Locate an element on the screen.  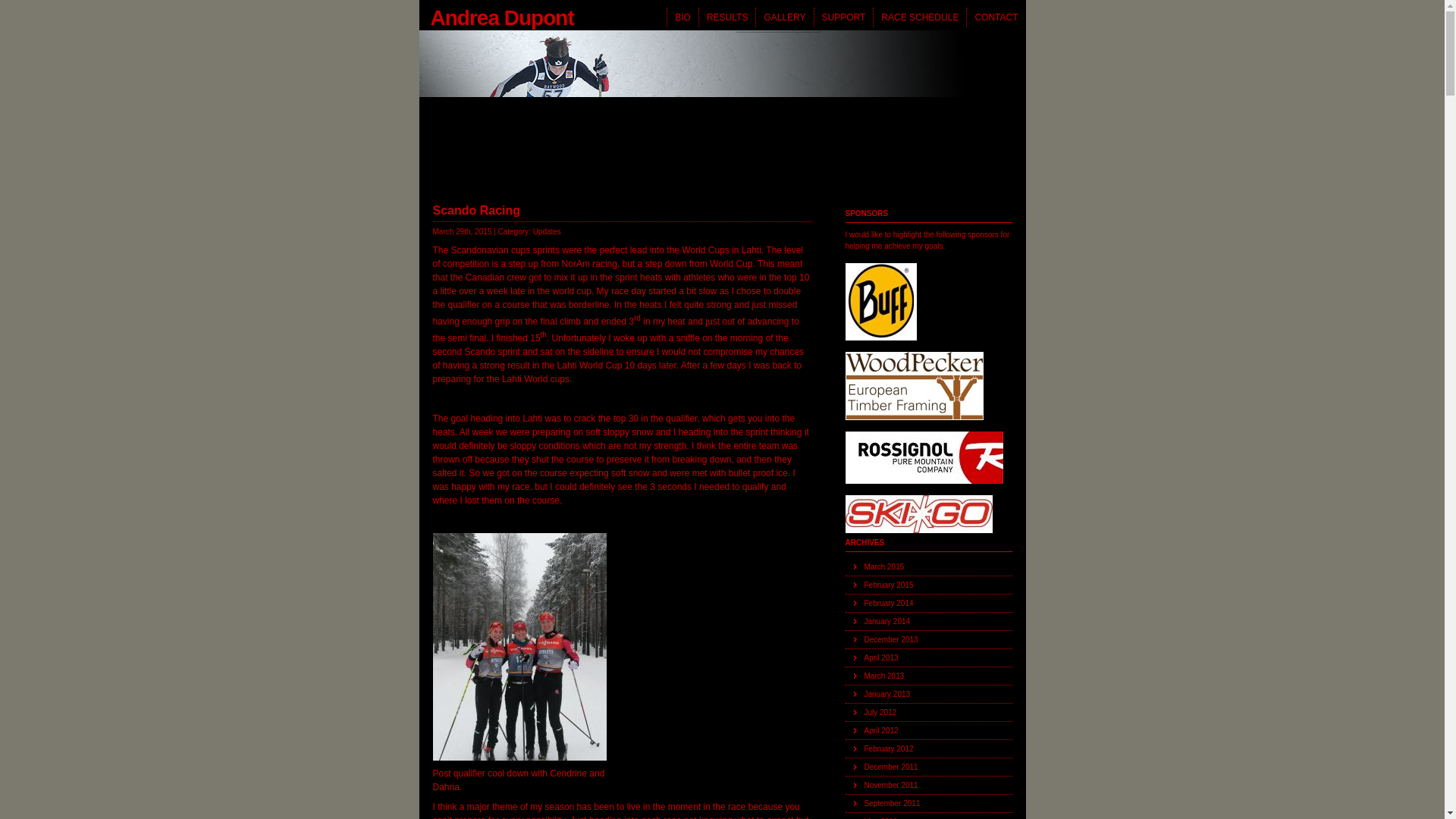
'April 2012' is located at coordinates (927, 730).